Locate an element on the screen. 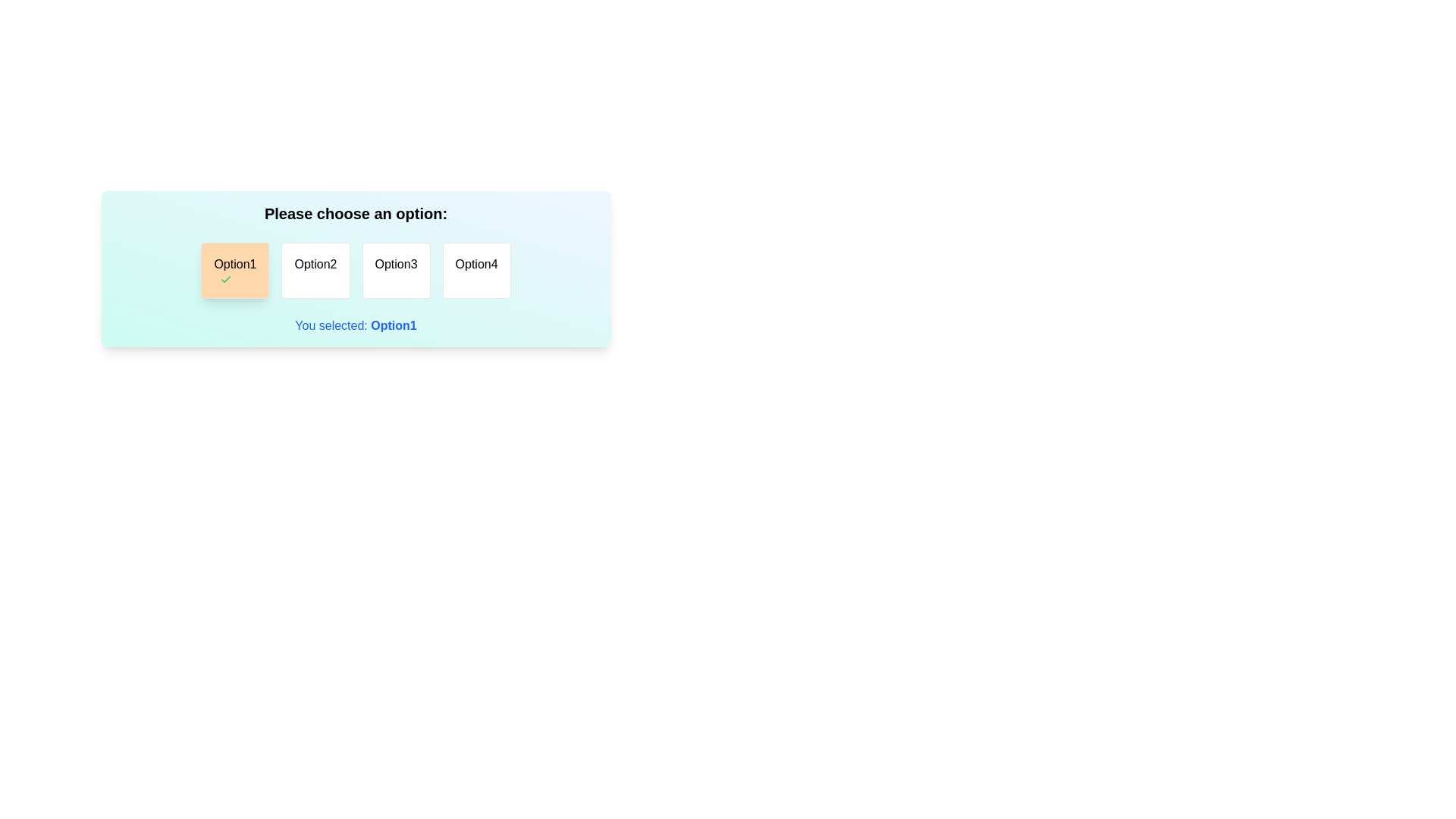 The image size is (1456, 819). the 'Option3' label, which is the third option in a horizontal row of four options is located at coordinates (396, 263).